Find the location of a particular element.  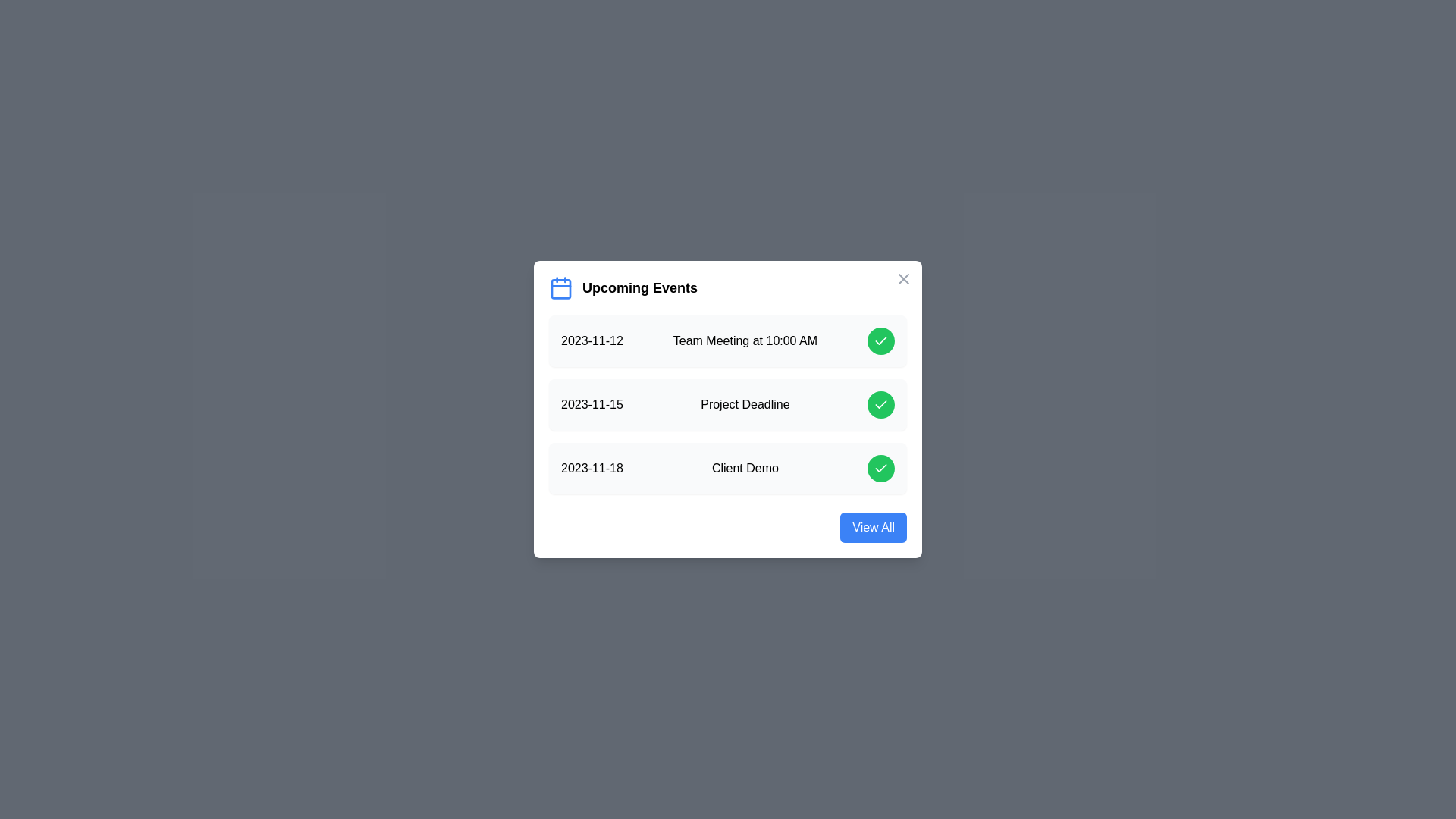

the event row corresponding to 2023-11-12 to inspect its details is located at coordinates (728, 341).